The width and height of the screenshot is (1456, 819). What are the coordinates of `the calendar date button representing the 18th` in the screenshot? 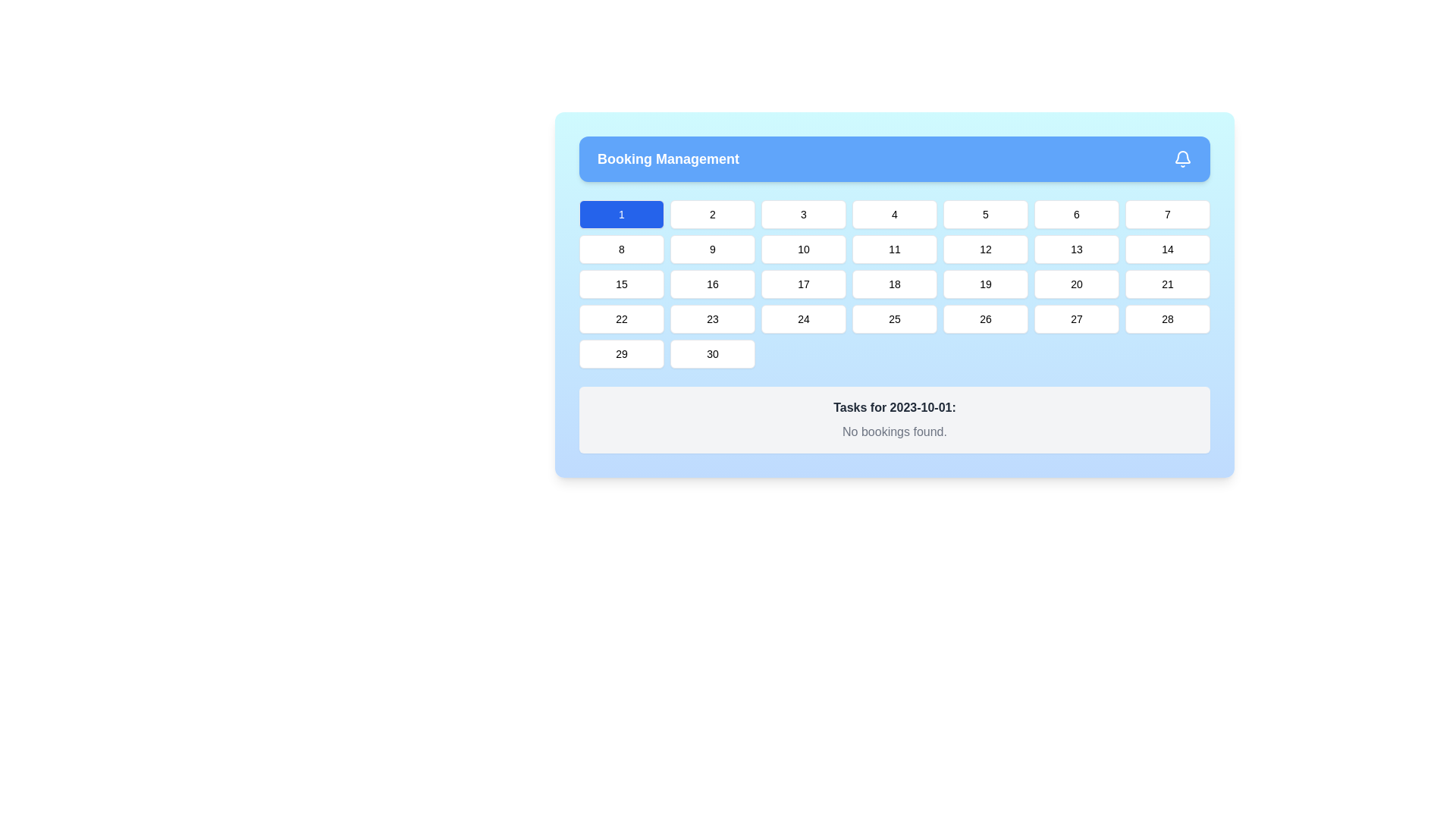 It's located at (895, 284).